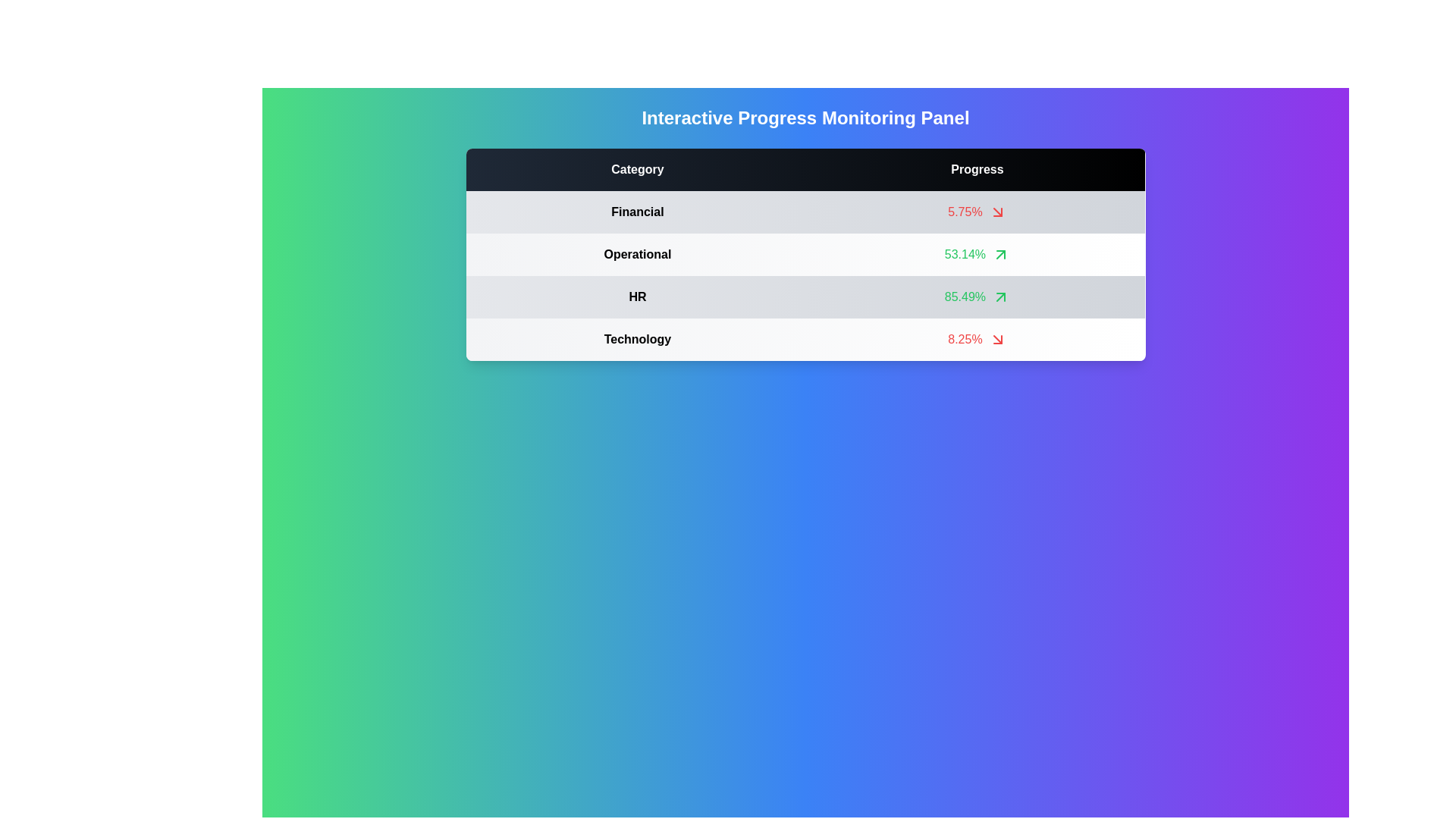  I want to click on the arrow indicator next to the progress value for the category Operational, so click(1001, 253).